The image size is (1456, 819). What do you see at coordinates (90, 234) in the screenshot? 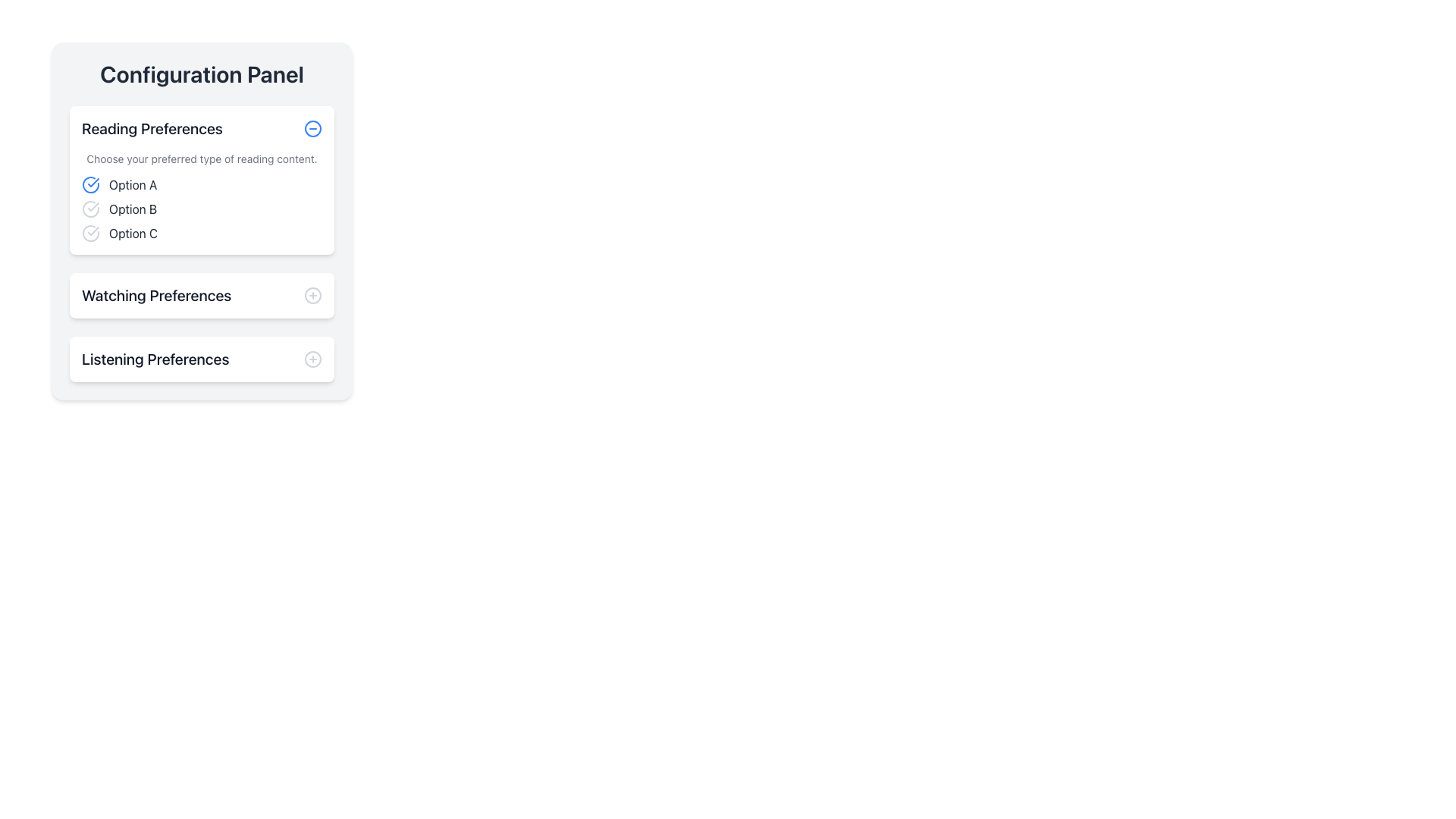
I see `the selection indicator icon representing 'Option C' in the 'Reading Preferences' section of the configuration panel` at bounding box center [90, 234].